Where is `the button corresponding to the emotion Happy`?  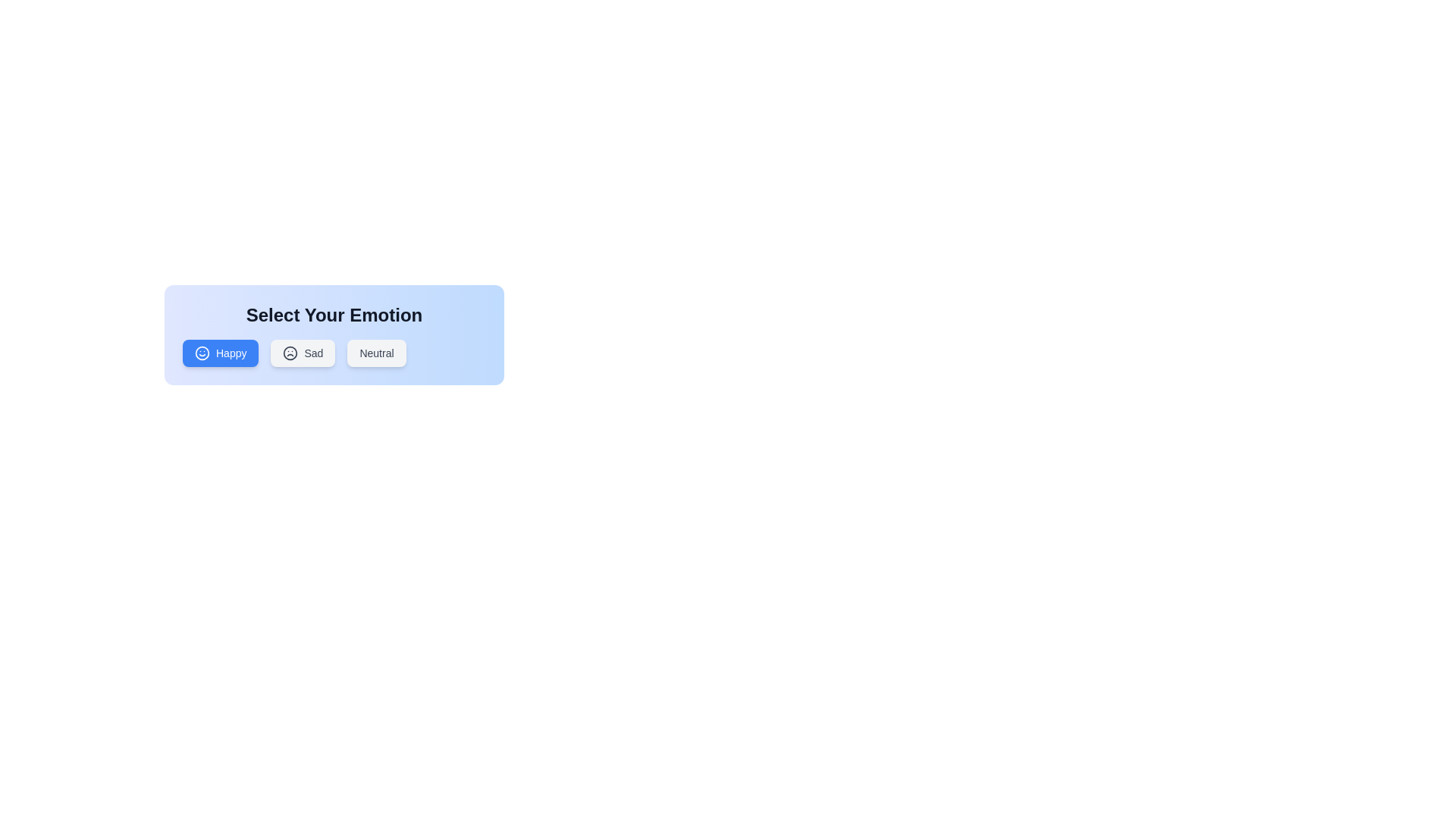
the button corresponding to the emotion Happy is located at coordinates (220, 353).